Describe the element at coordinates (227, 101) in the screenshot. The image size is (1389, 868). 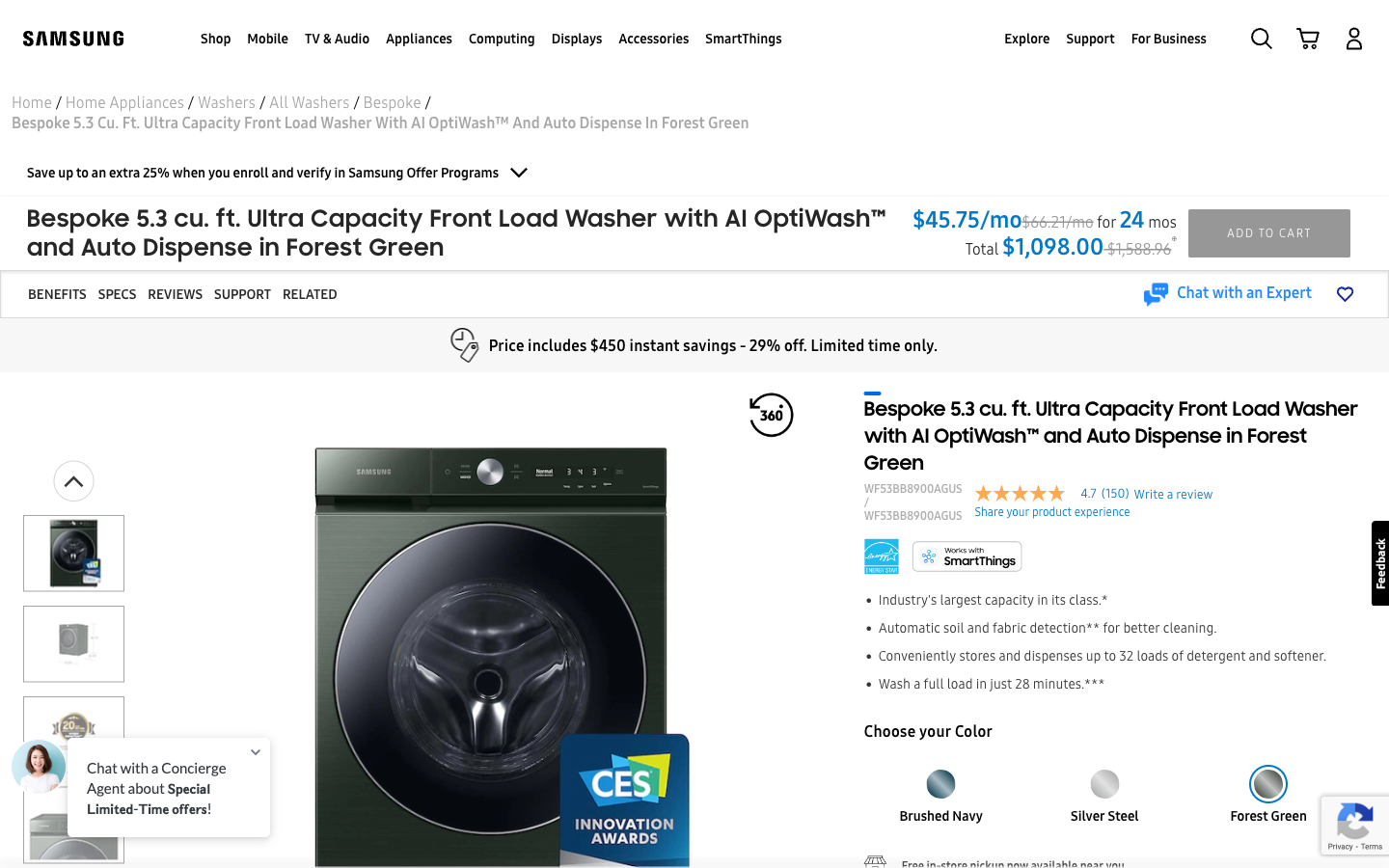
I see `Return two pages to browse all the washers` at that location.